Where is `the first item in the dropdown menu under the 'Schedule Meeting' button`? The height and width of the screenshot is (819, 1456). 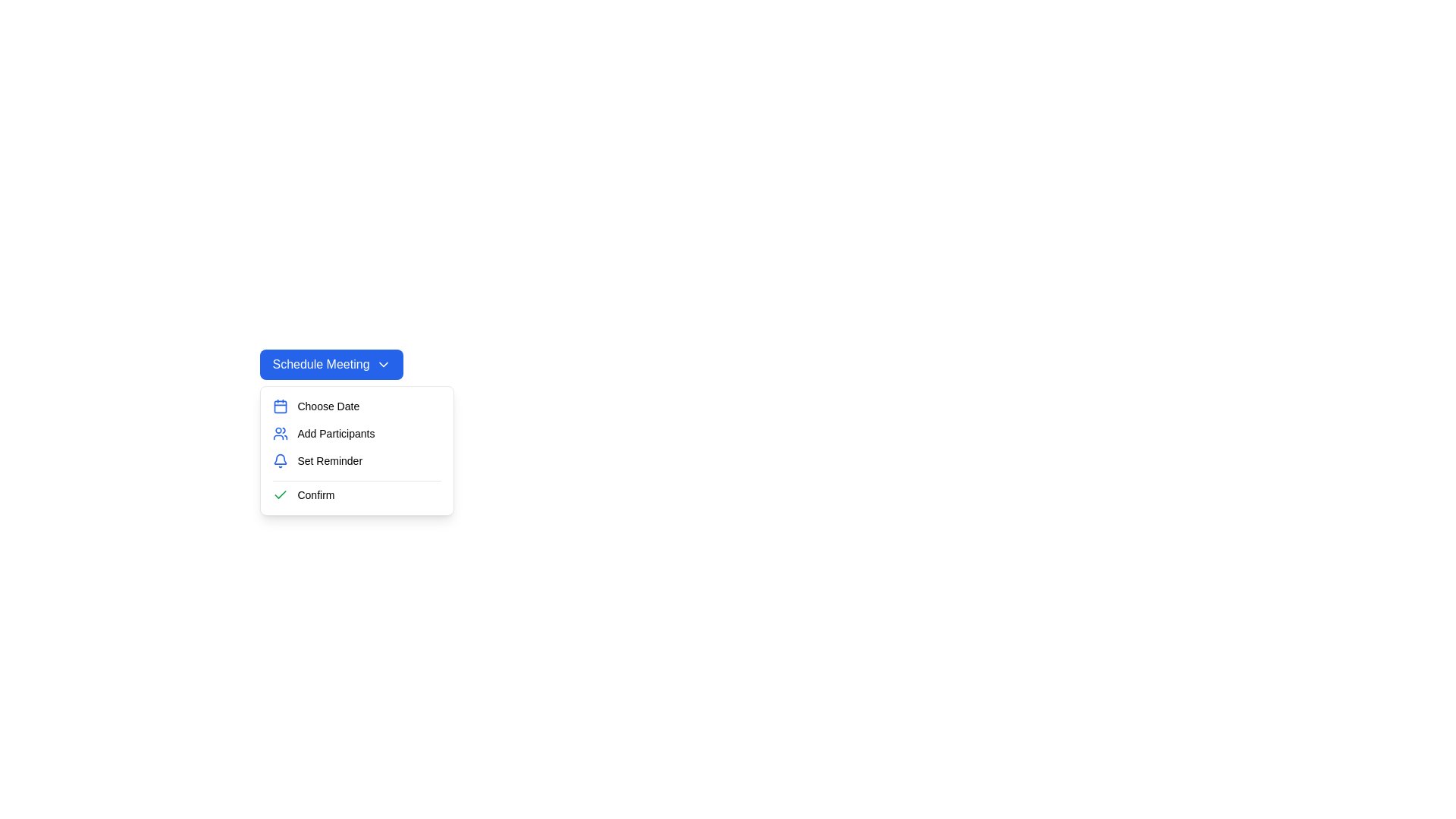
the first item in the dropdown menu under the 'Schedule Meeting' button is located at coordinates (356, 406).